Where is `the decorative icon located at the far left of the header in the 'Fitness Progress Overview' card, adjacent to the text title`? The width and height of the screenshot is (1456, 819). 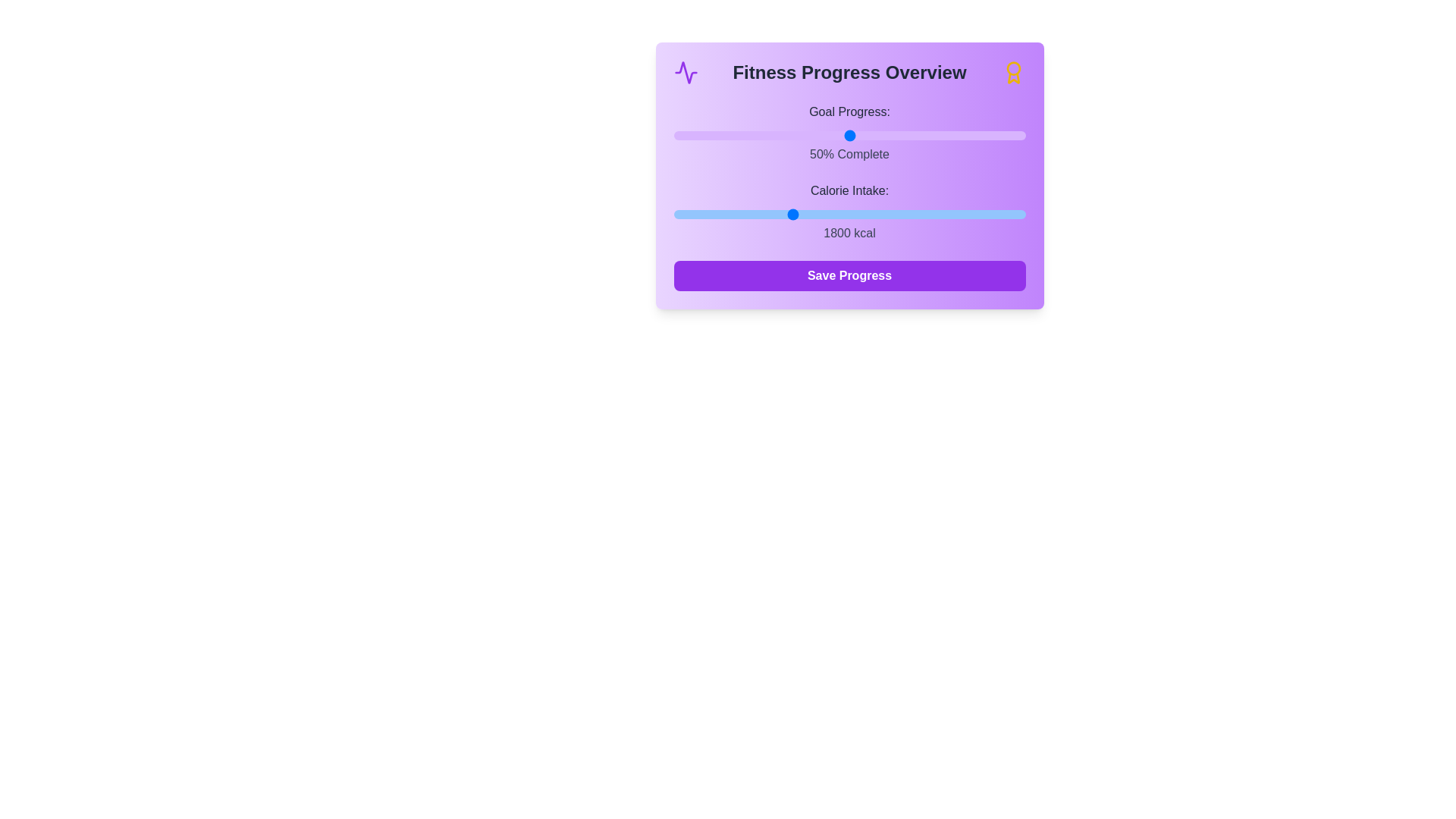 the decorative icon located at the far left of the header in the 'Fitness Progress Overview' card, adjacent to the text title is located at coordinates (685, 73).